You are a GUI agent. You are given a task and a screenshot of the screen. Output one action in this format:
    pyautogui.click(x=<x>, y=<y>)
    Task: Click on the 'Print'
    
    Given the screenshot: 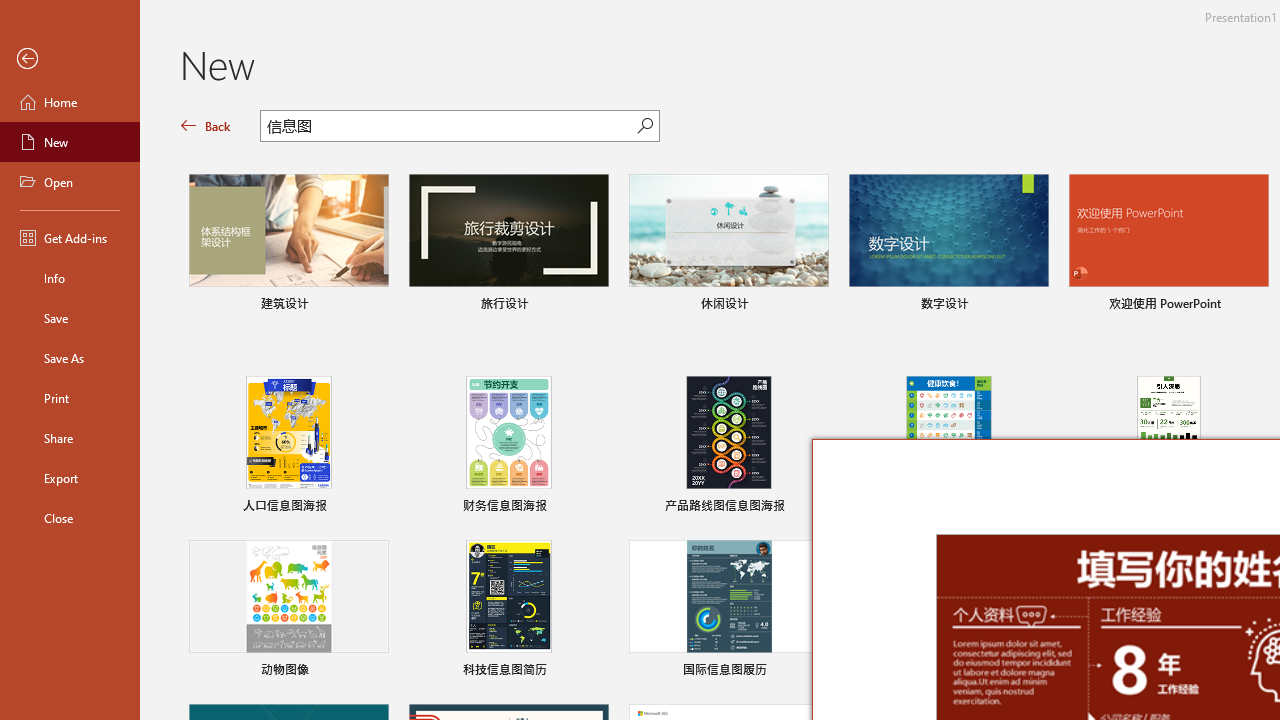 What is the action you would take?
    pyautogui.click(x=69, y=398)
    